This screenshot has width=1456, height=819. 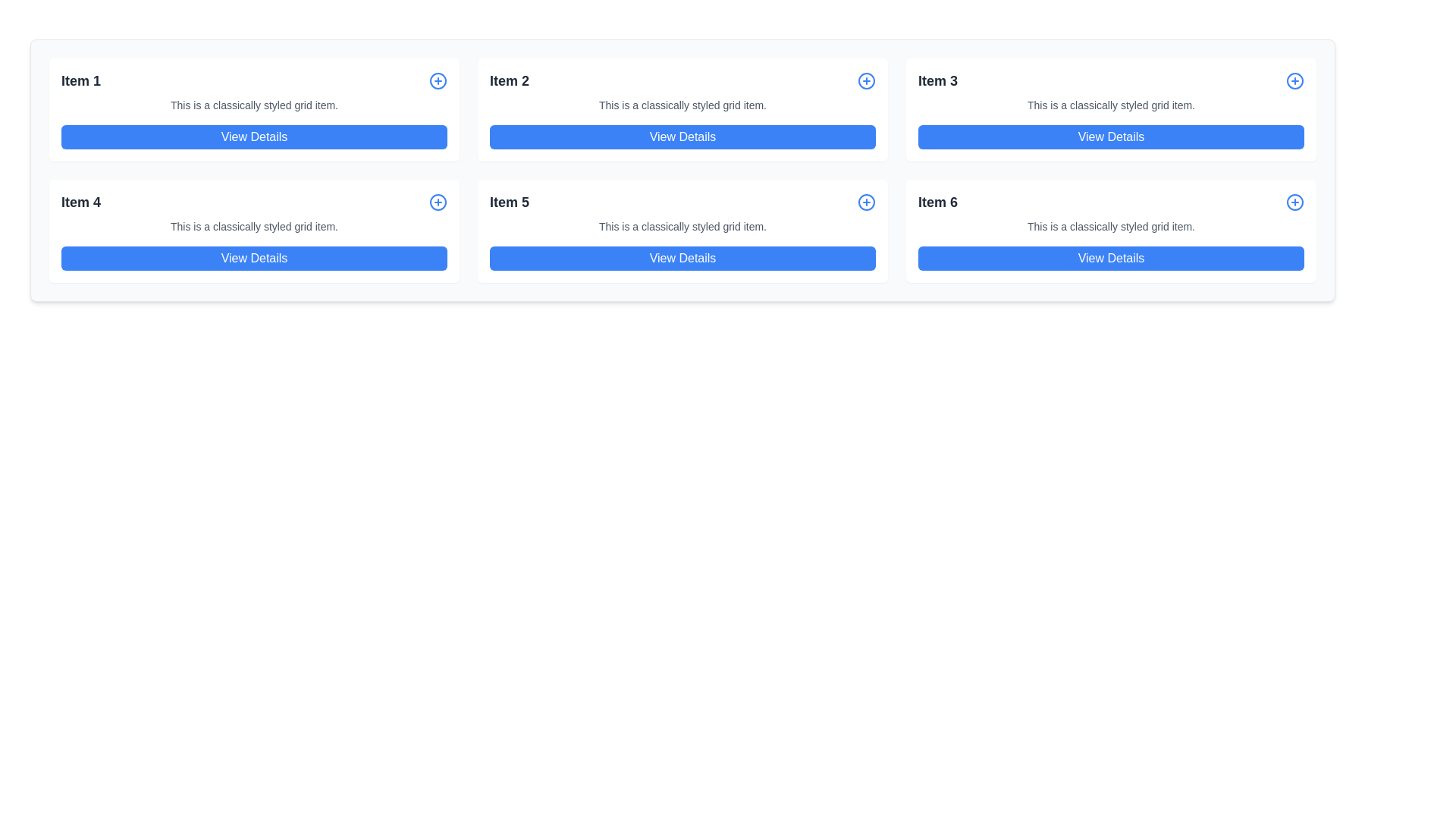 What do you see at coordinates (682, 104) in the screenshot?
I see `the descriptive text element located within the second grid item labeled 'Item 2', positioned between the title 'Item 2' and the 'View Details' button` at bounding box center [682, 104].